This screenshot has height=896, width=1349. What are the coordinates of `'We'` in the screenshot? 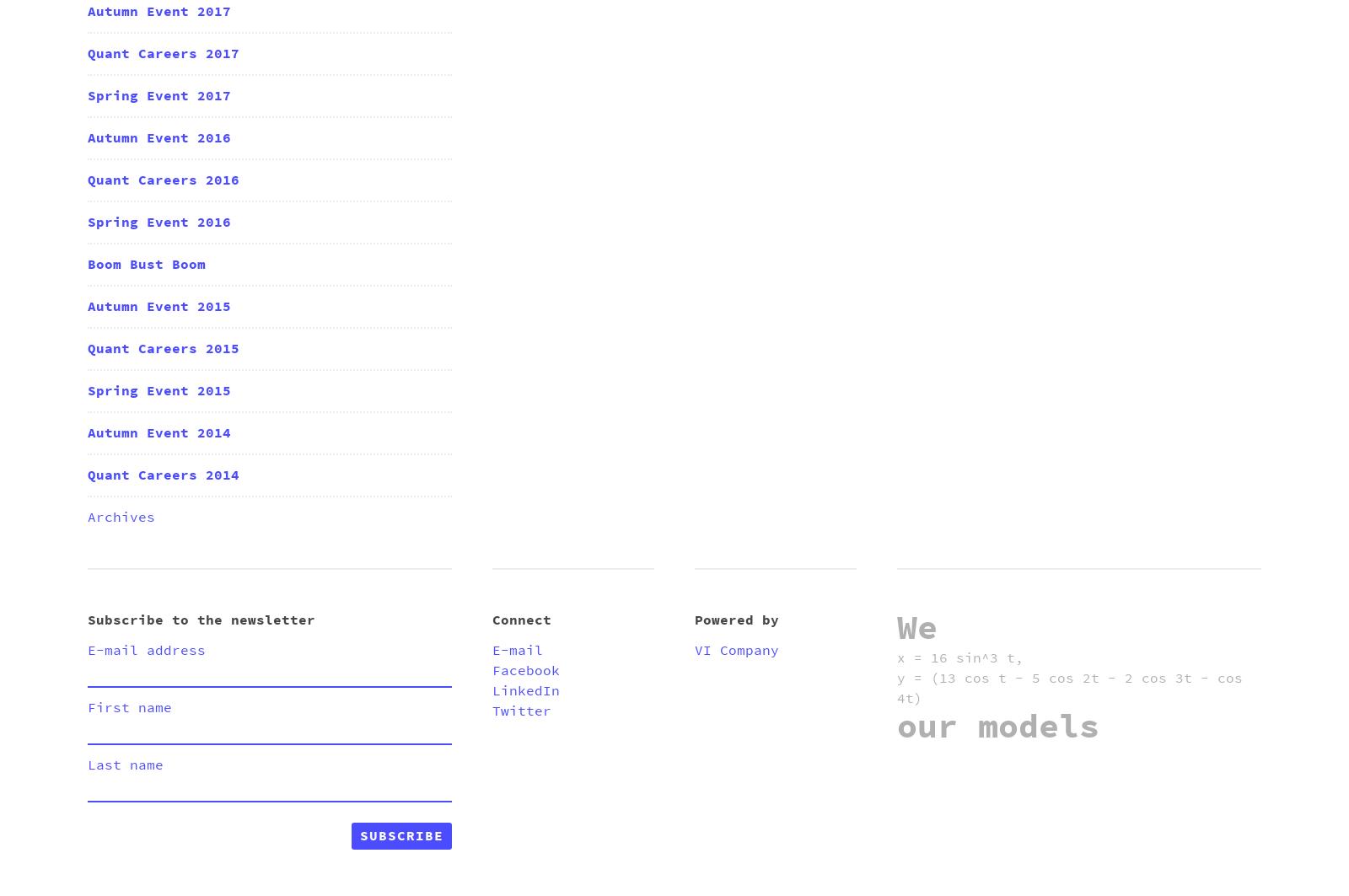 It's located at (916, 628).